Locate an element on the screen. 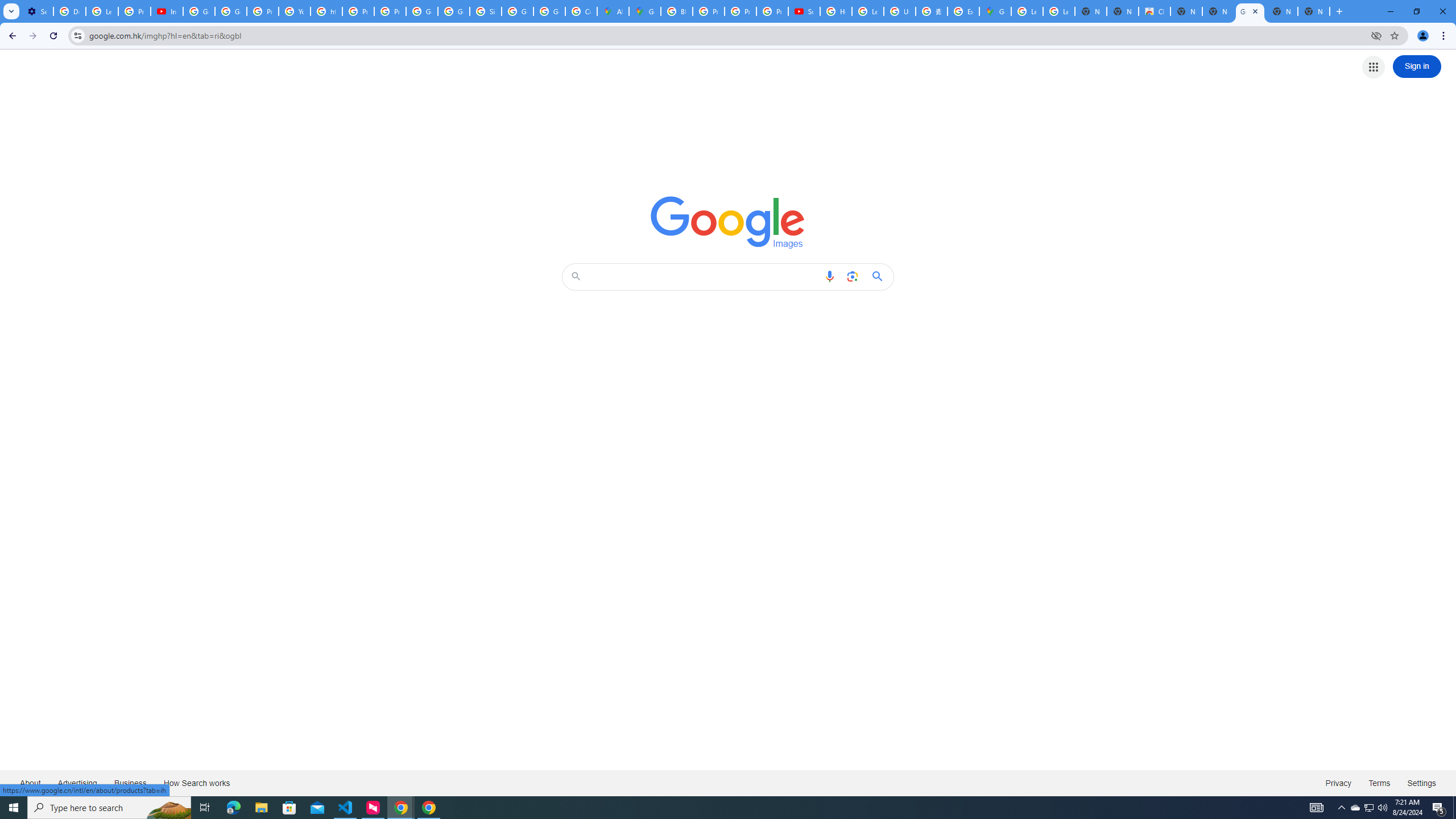 The width and height of the screenshot is (1456, 819). 'Subscriptions - YouTube' is located at coordinates (804, 11).